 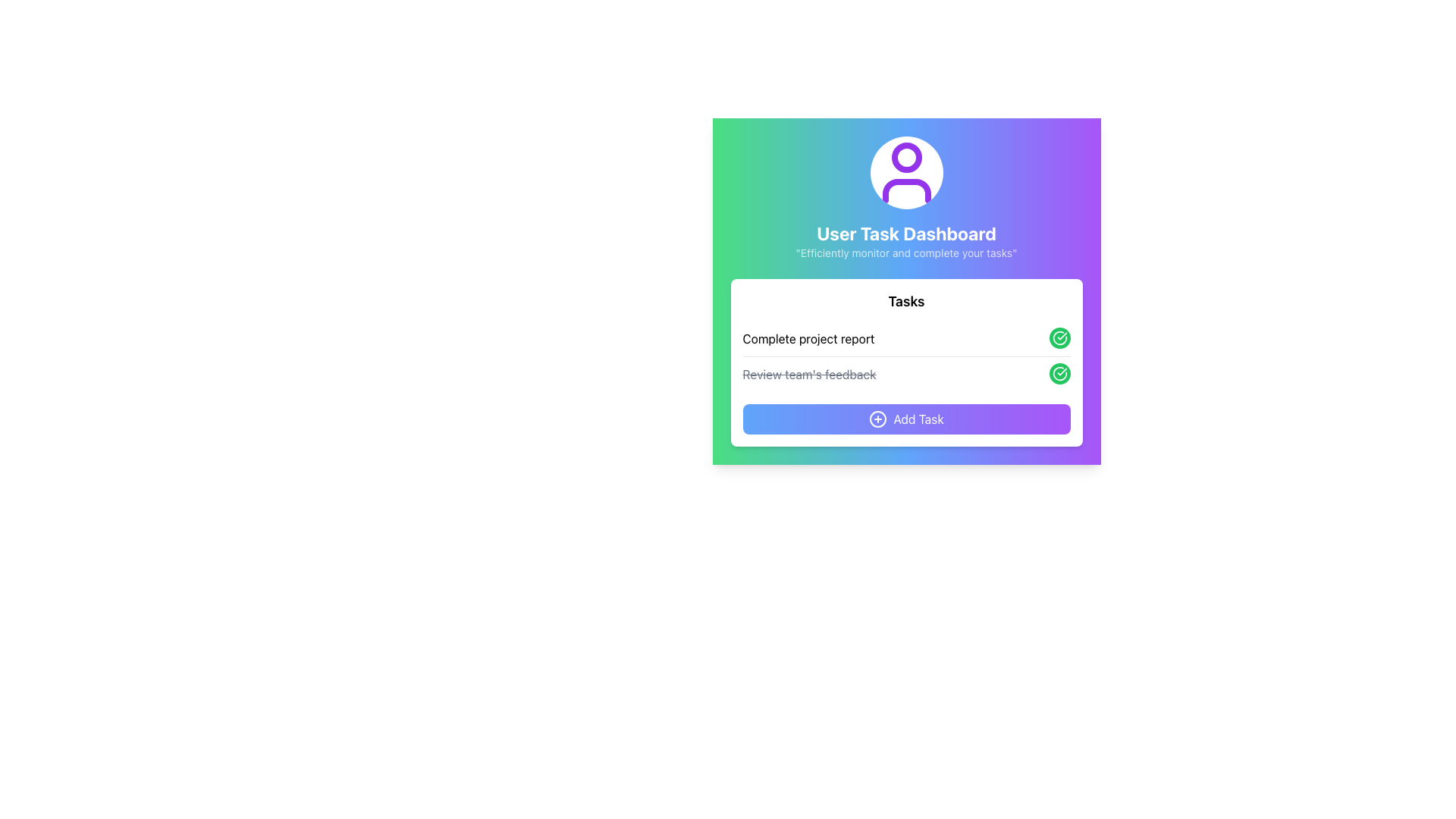 What do you see at coordinates (1059, 337) in the screenshot?
I see `the task completion icon located to the right of the 'Review team’s feedback' task text` at bounding box center [1059, 337].